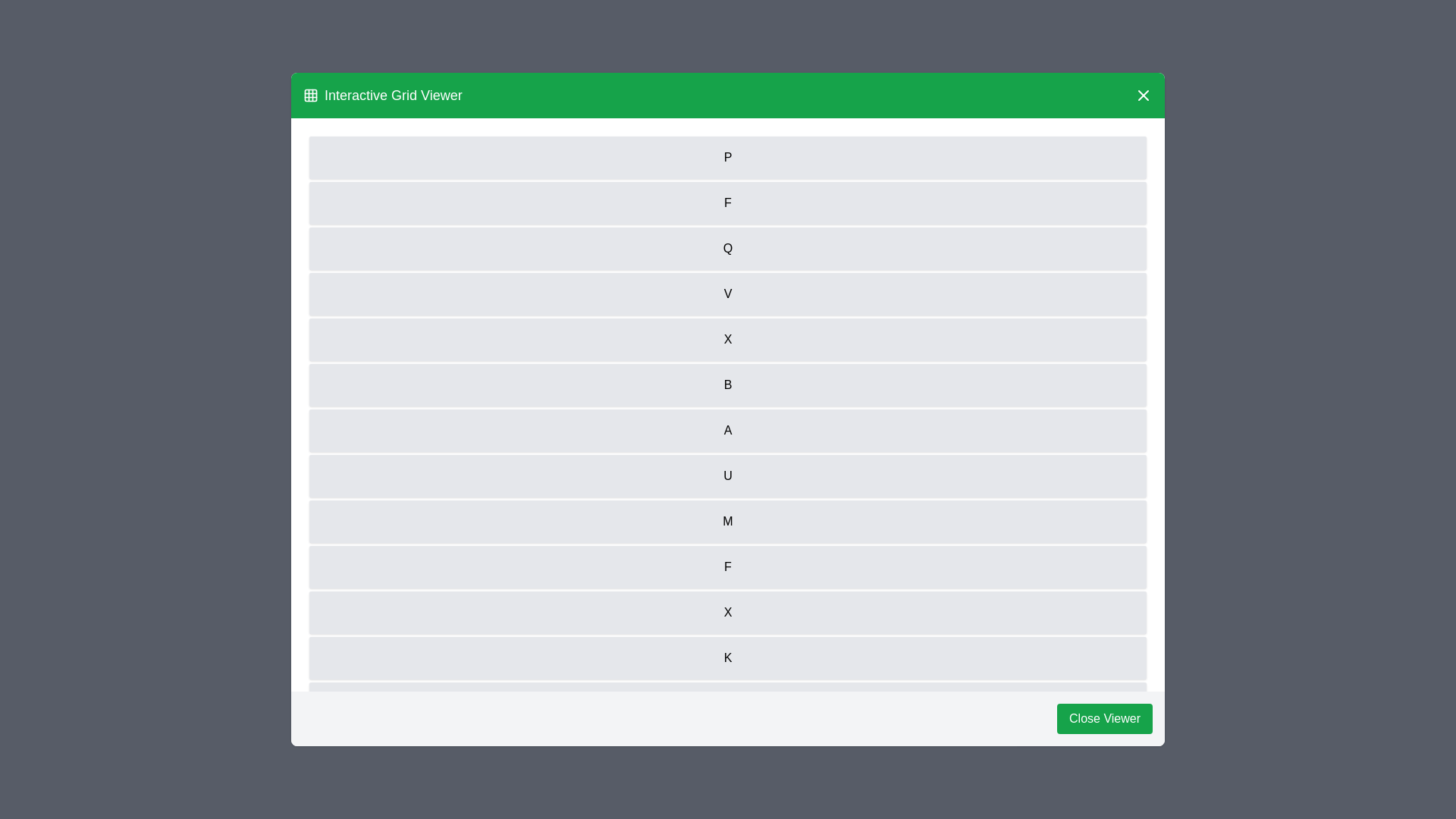  What do you see at coordinates (1143, 96) in the screenshot?
I see `the close button in the top-right corner of the dialog` at bounding box center [1143, 96].